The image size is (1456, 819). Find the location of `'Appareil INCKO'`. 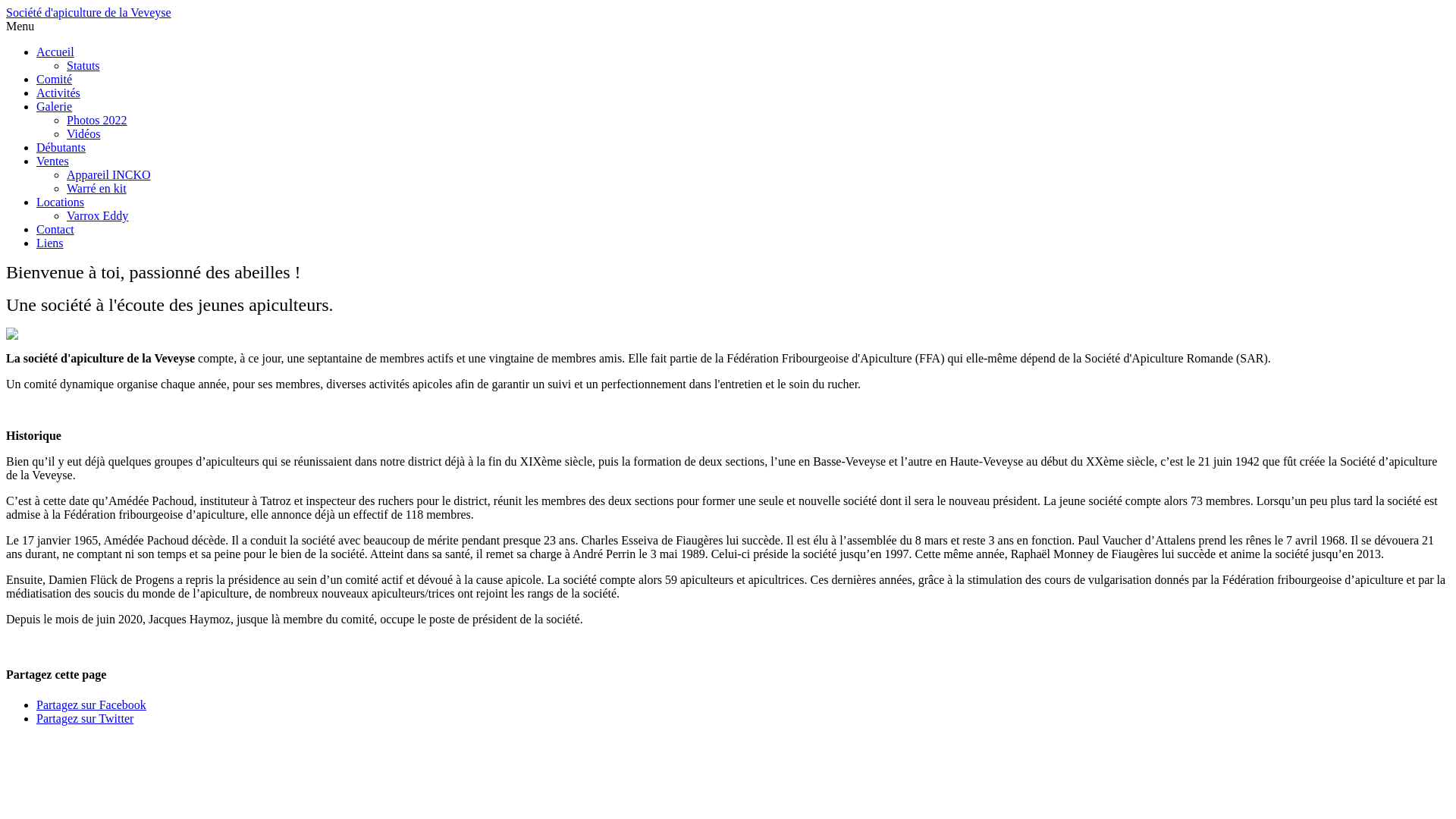

'Appareil INCKO' is located at coordinates (108, 174).